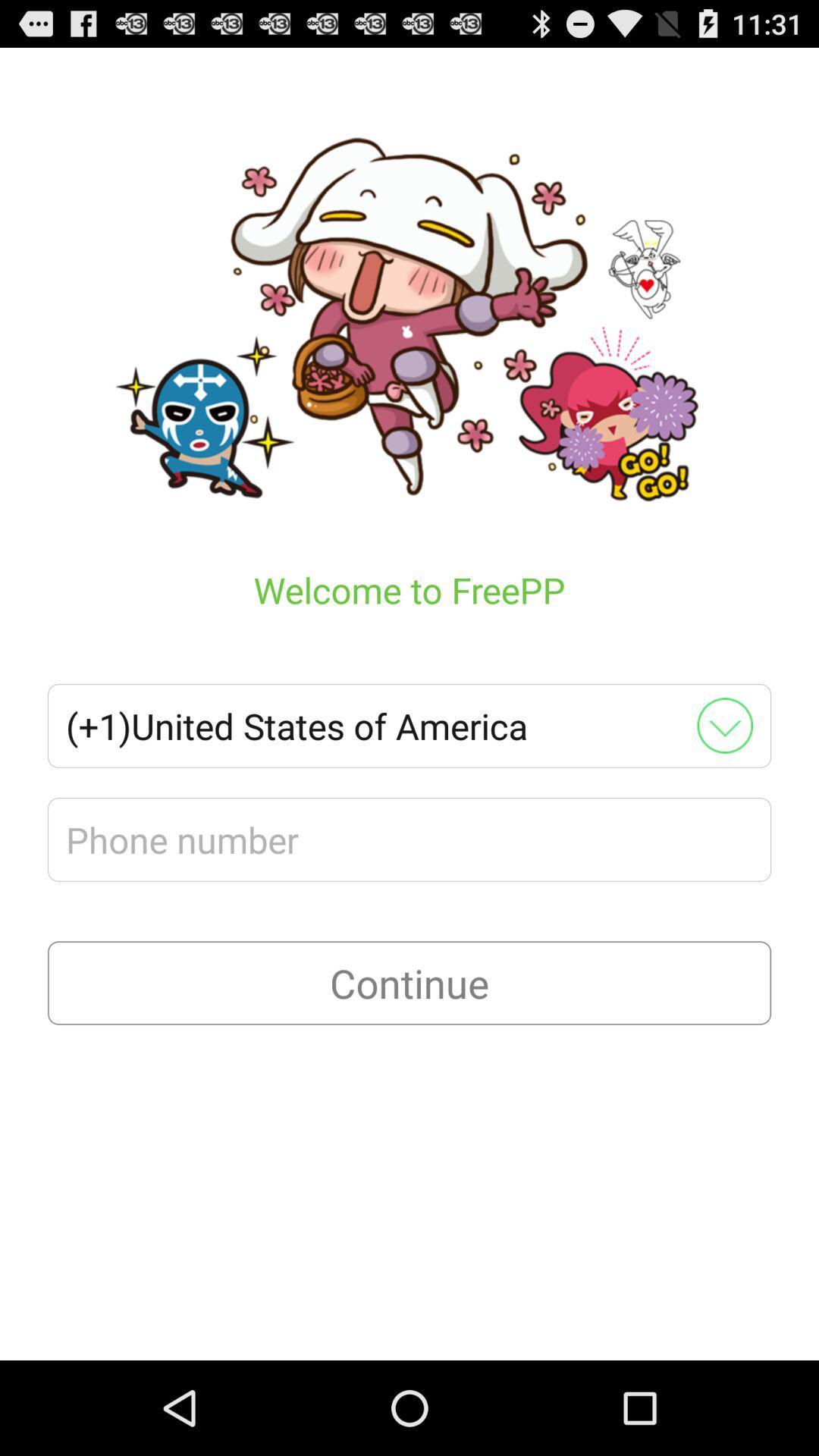 This screenshot has height=1456, width=819. I want to click on phone number, so click(409, 839).